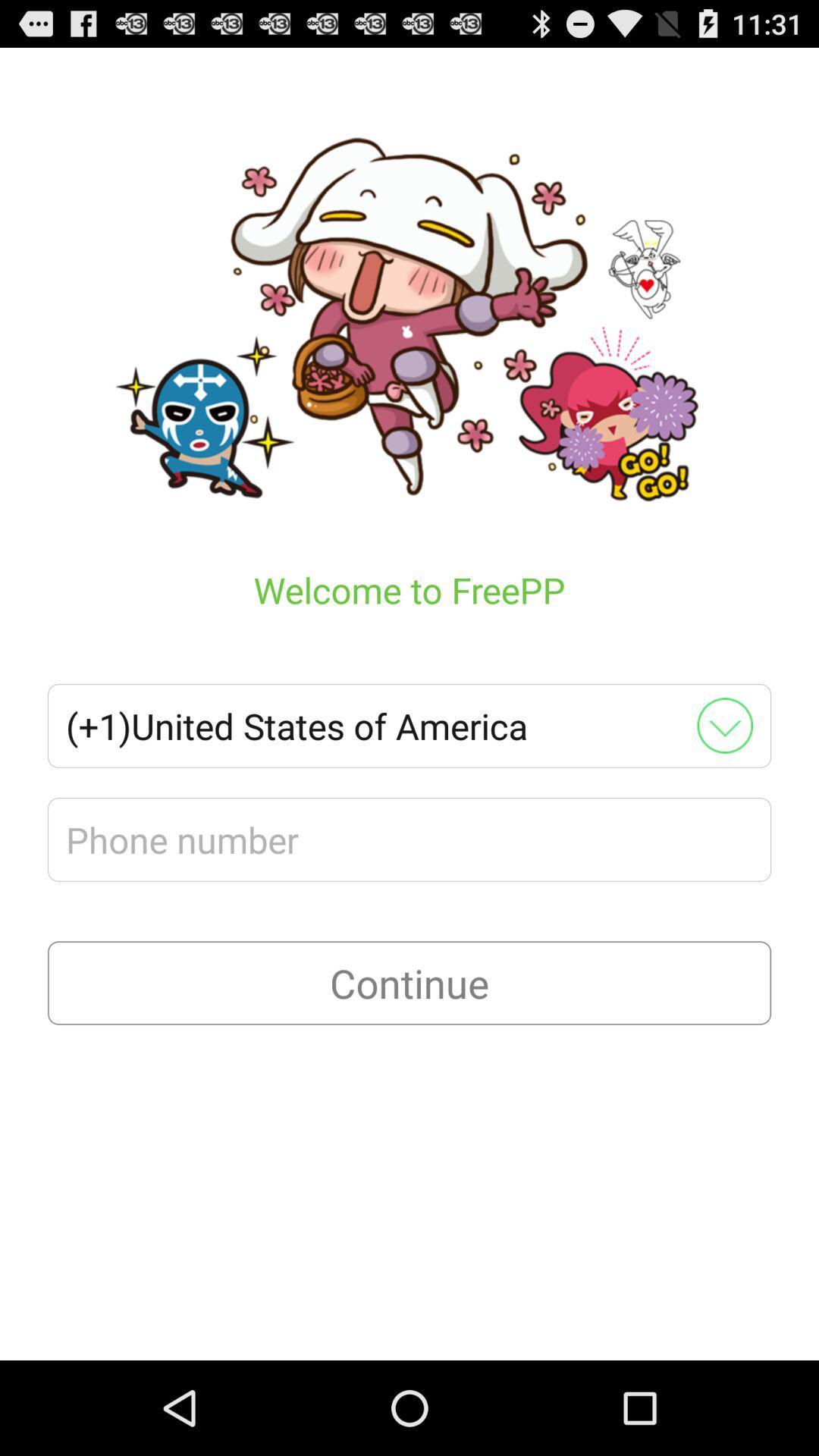 This screenshot has height=1456, width=819. I want to click on phone number, so click(409, 839).